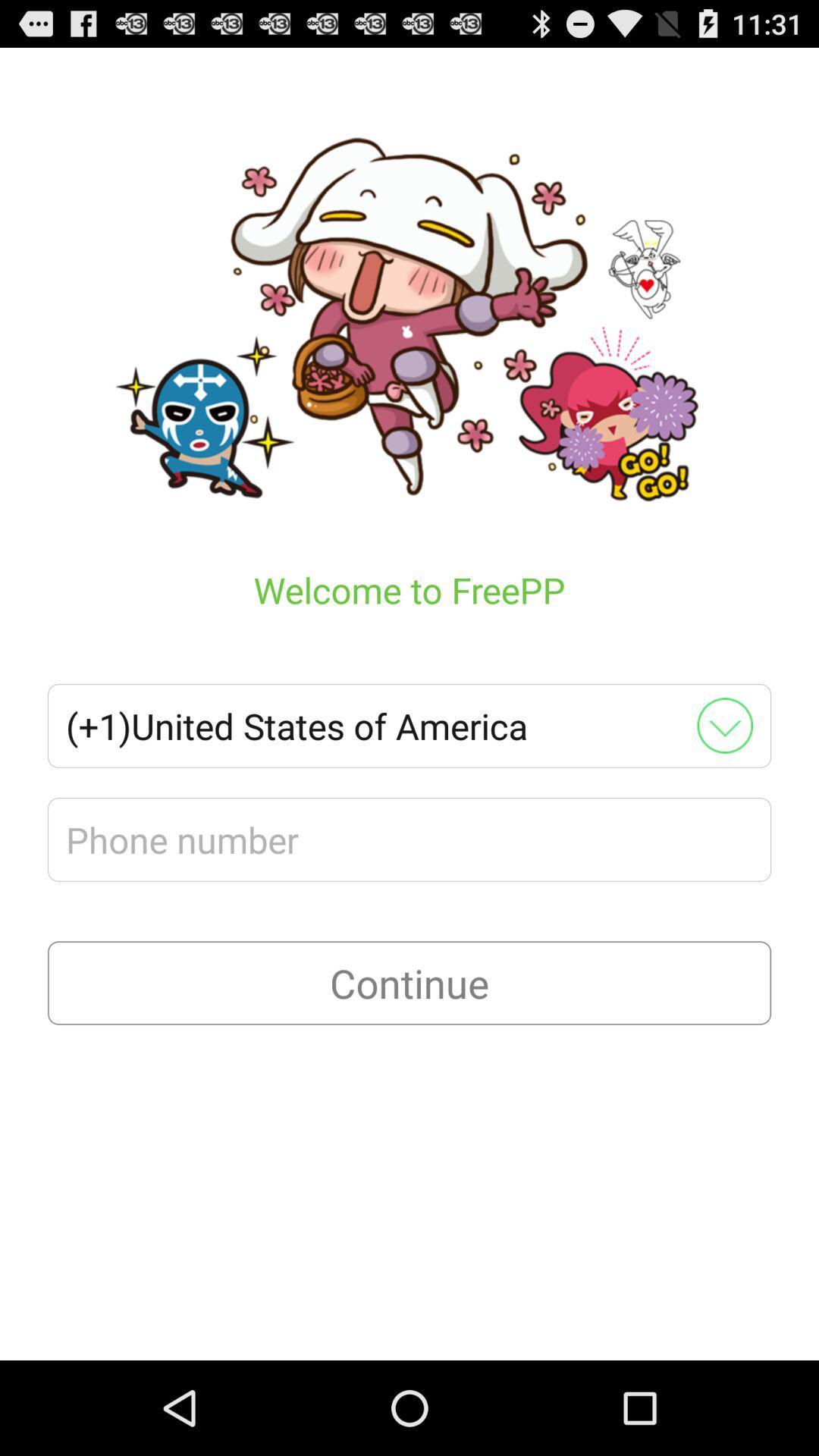 This screenshot has height=1456, width=819. I want to click on phone number, so click(409, 839).